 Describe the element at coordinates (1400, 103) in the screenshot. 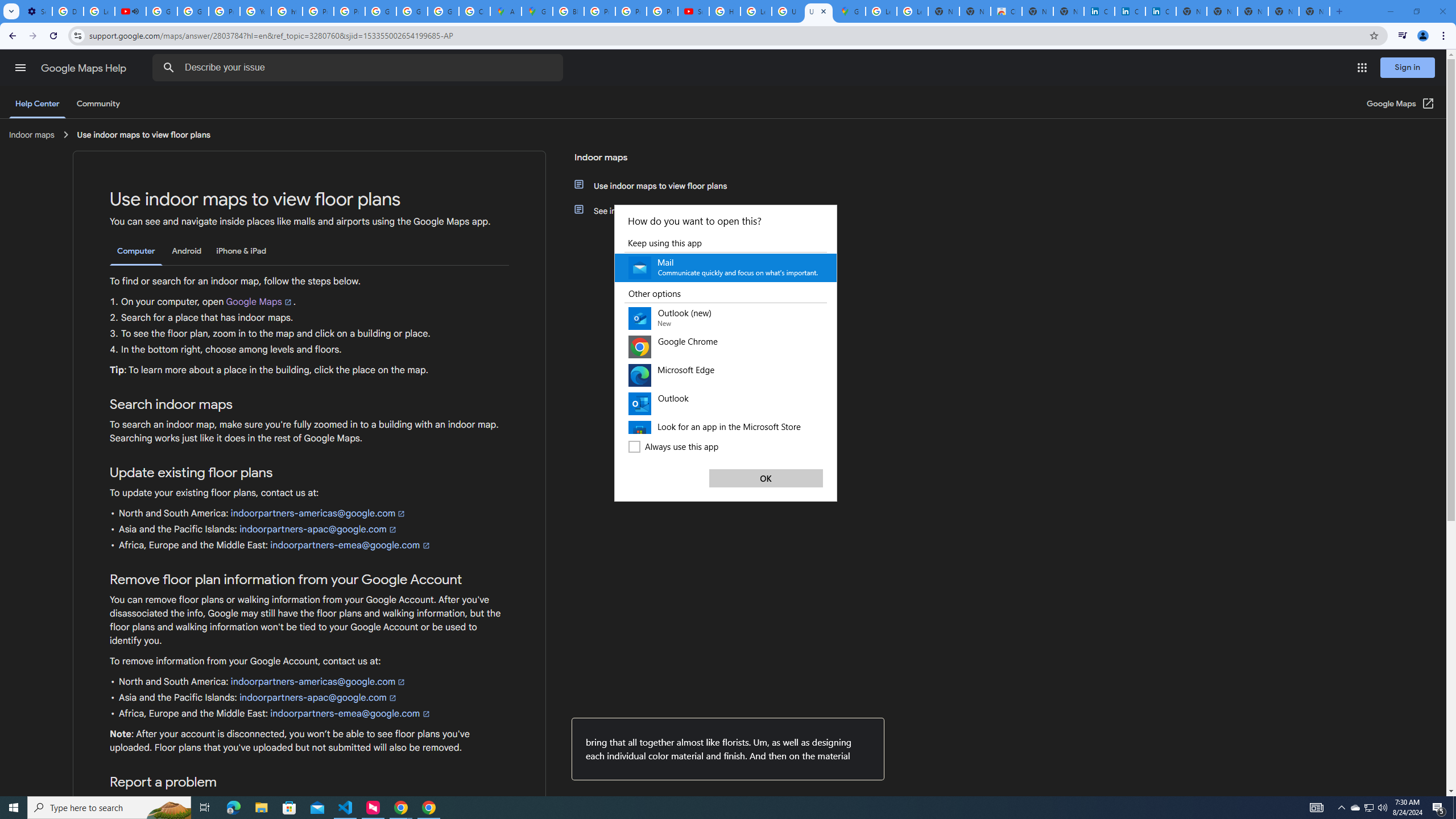

I see `'Google Maps (Open in a new window)'` at that location.